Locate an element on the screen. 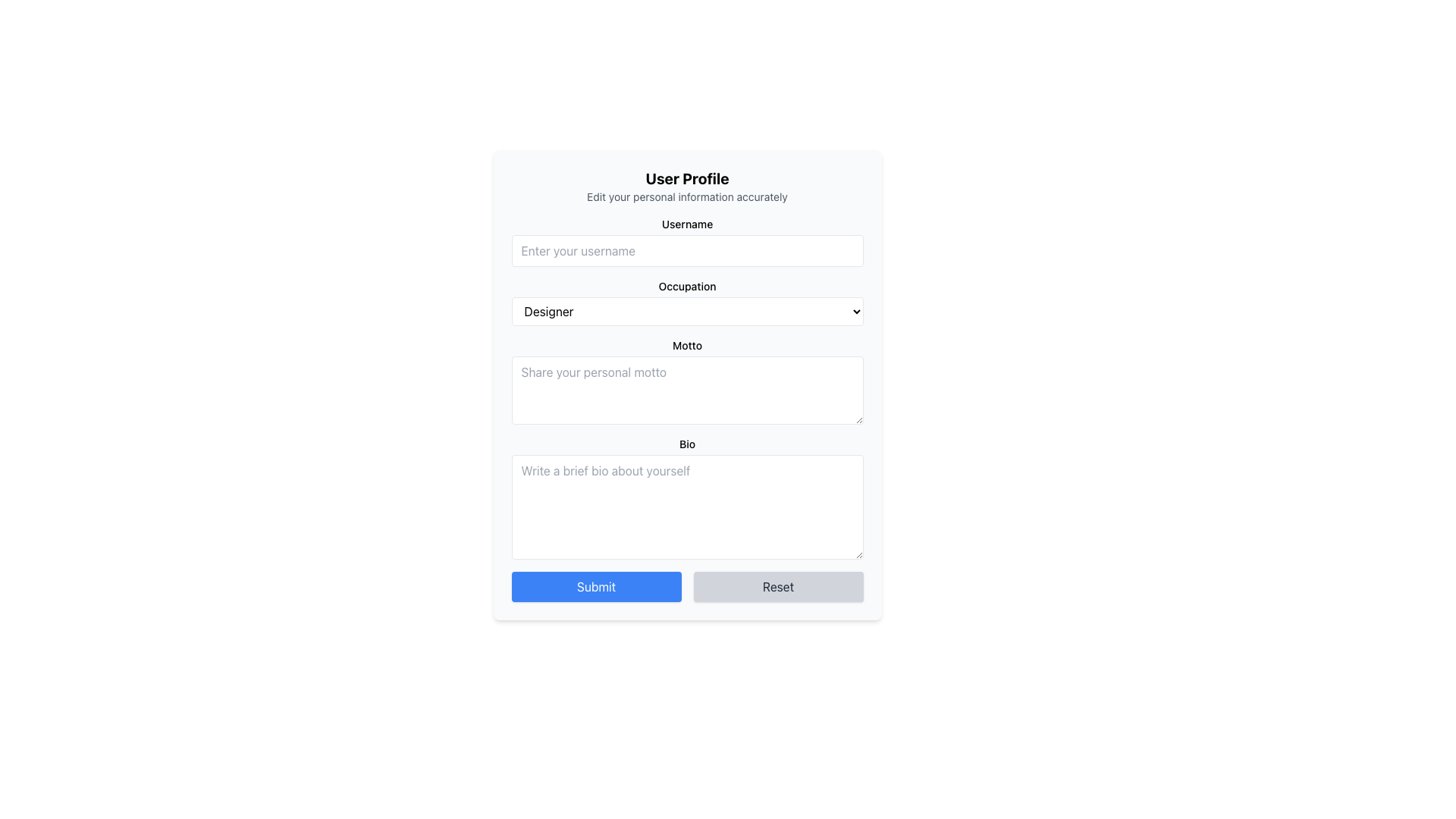 This screenshot has height=819, width=1456. the Text header with subtitle at the top of the form section within the modal dialogue to provide context and instructions to the user is located at coordinates (686, 186).